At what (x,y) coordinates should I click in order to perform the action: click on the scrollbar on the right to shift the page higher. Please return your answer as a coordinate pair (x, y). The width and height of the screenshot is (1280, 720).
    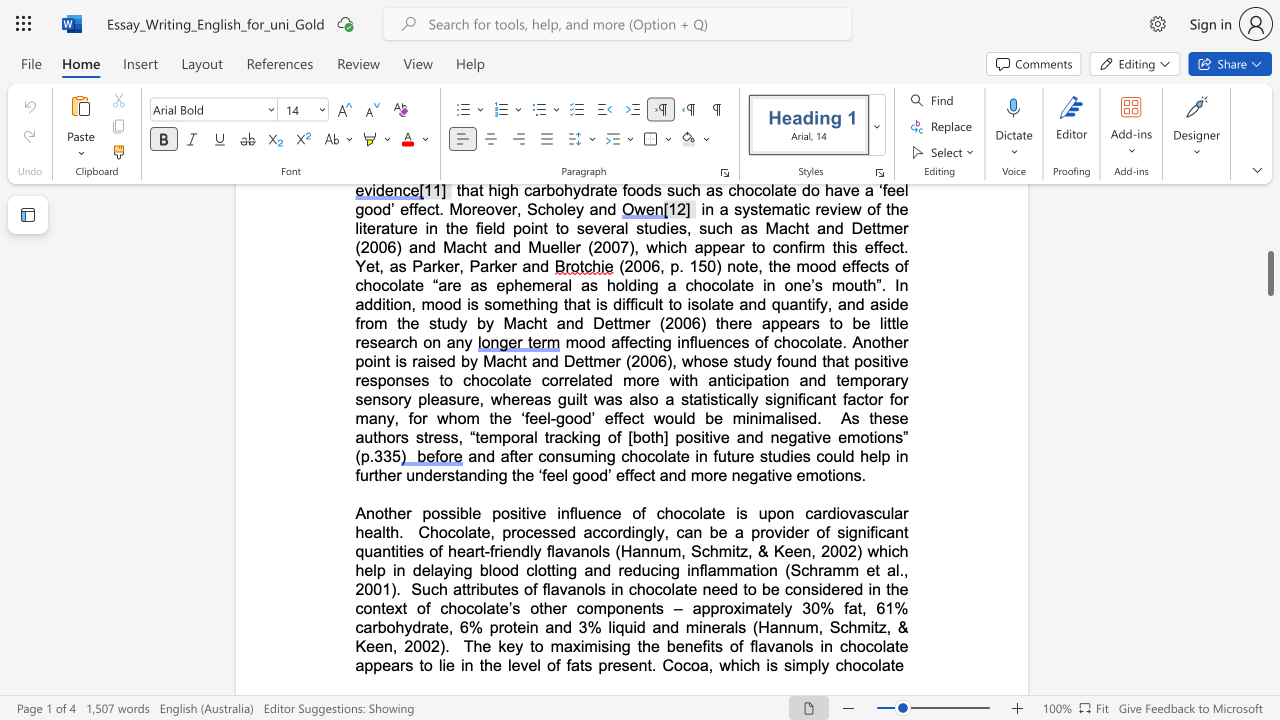
    Looking at the image, I should click on (1269, 280).